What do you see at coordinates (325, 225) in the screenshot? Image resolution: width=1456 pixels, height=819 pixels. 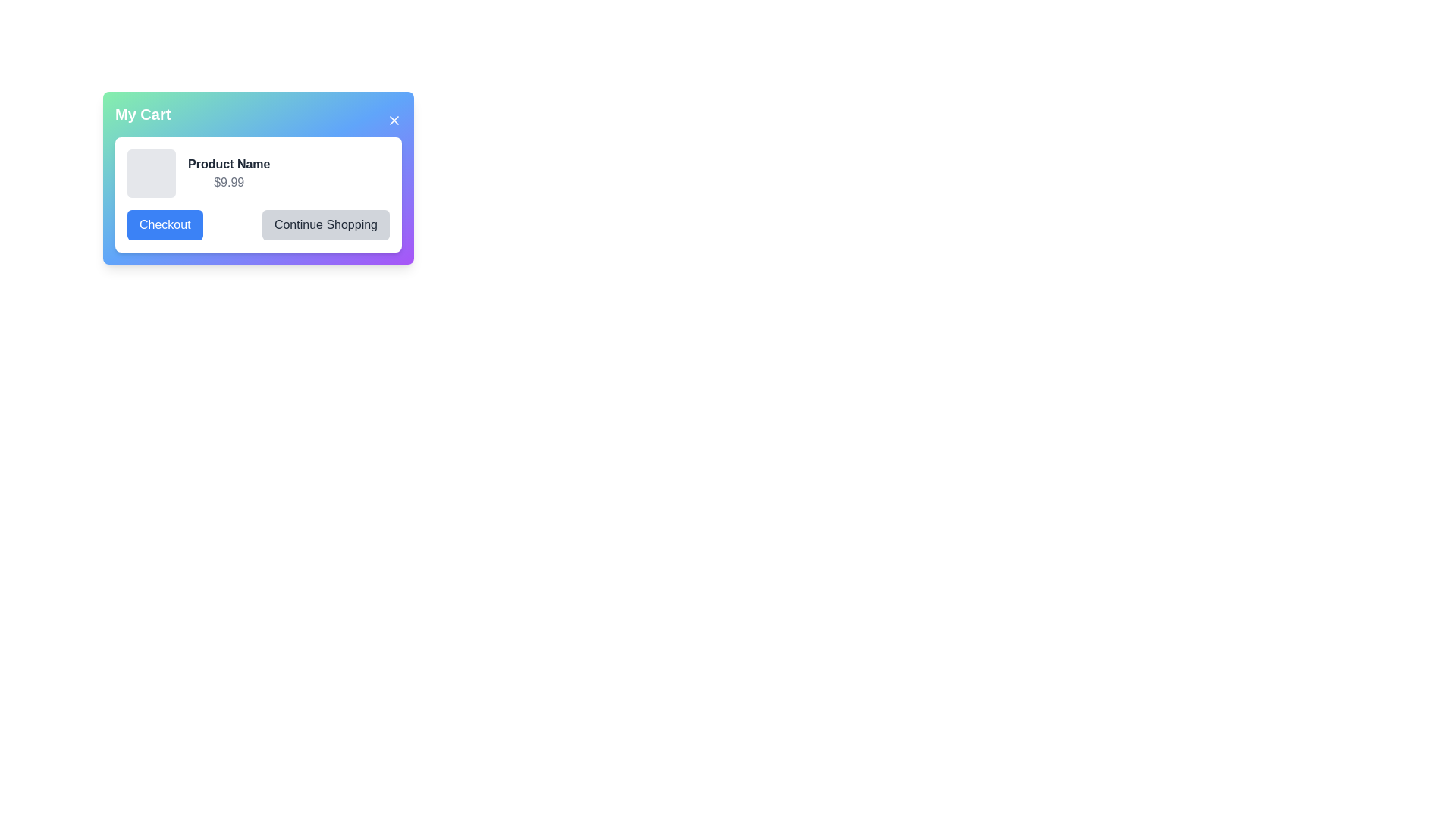 I see `the button located to the right of the 'Checkout' button in the lower section of the cart interface to return to the shopping interface` at bounding box center [325, 225].